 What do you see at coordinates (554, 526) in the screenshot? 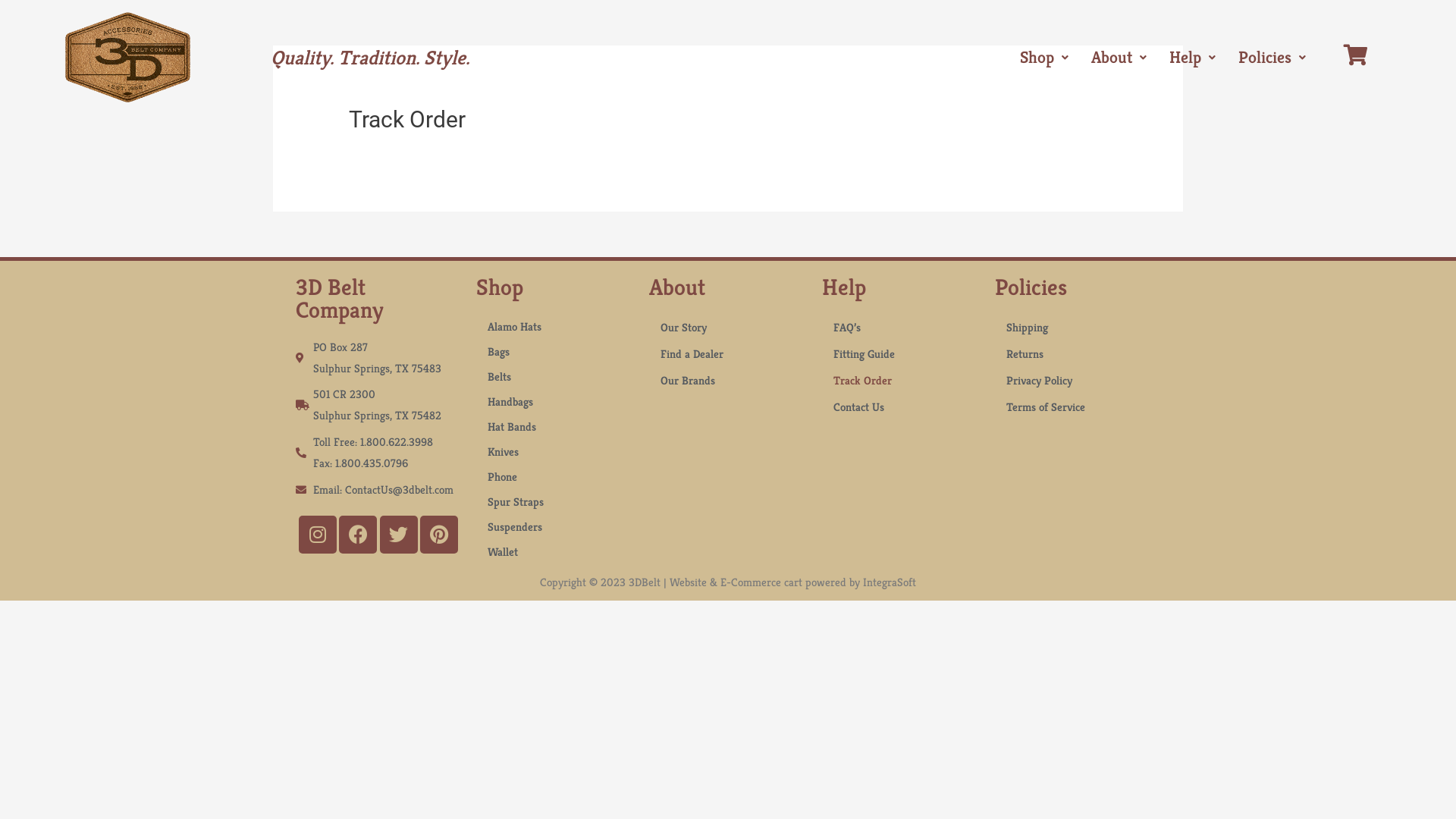
I see `'Suspenders'` at bounding box center [554, 526].